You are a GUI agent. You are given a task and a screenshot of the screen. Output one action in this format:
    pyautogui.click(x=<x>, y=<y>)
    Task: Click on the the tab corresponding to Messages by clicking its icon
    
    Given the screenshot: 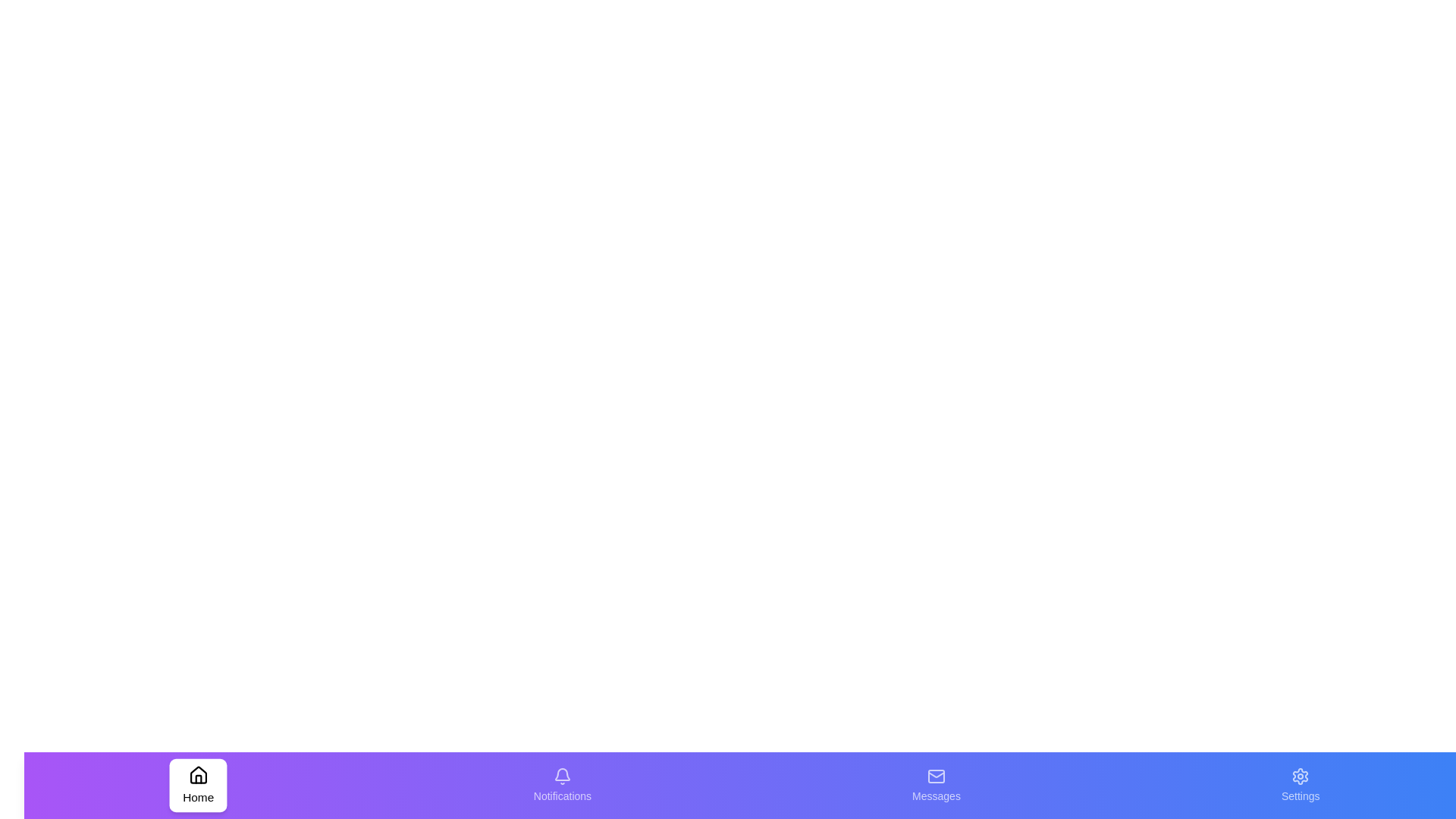 What is the action you would take?
    pyautogui.click(x=935, y=785)
    